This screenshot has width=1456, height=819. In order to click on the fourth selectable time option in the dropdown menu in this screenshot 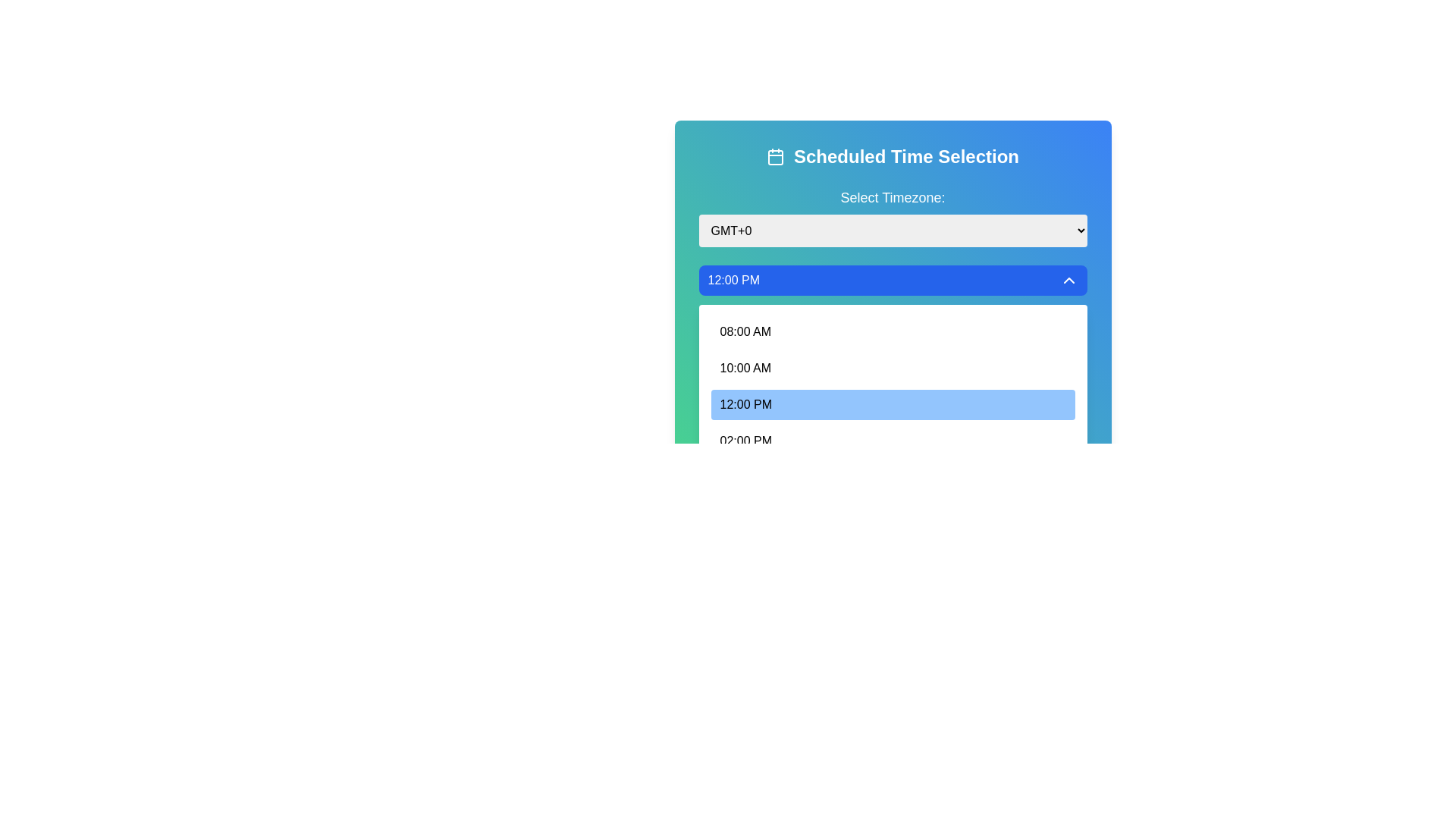, I will do `click(745, 403)`.